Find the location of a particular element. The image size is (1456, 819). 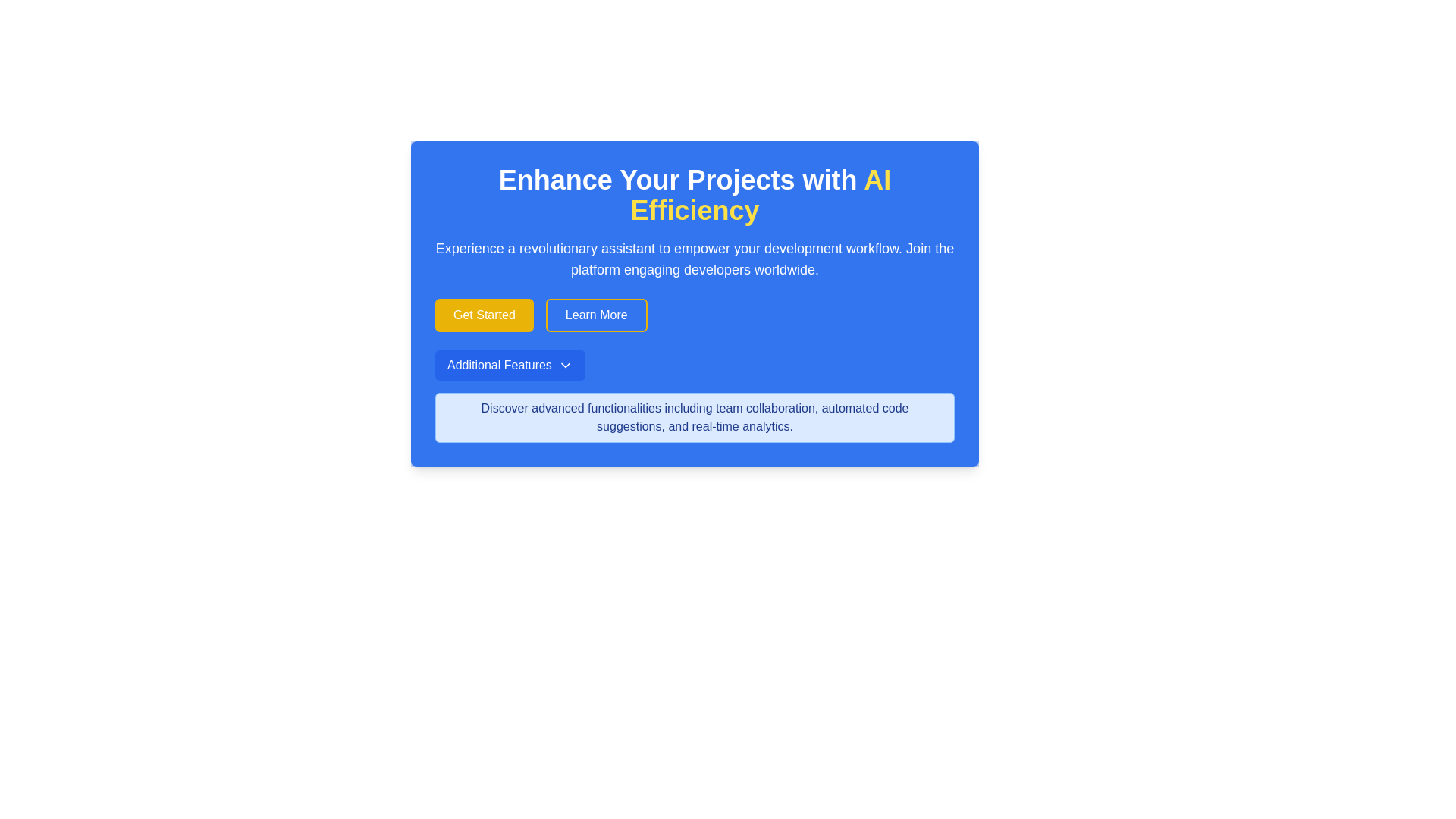

the 'Get Started' button located on the left side of a button group in the central section of a blue modal to observe a visual change is located at coordinates (483, 315).